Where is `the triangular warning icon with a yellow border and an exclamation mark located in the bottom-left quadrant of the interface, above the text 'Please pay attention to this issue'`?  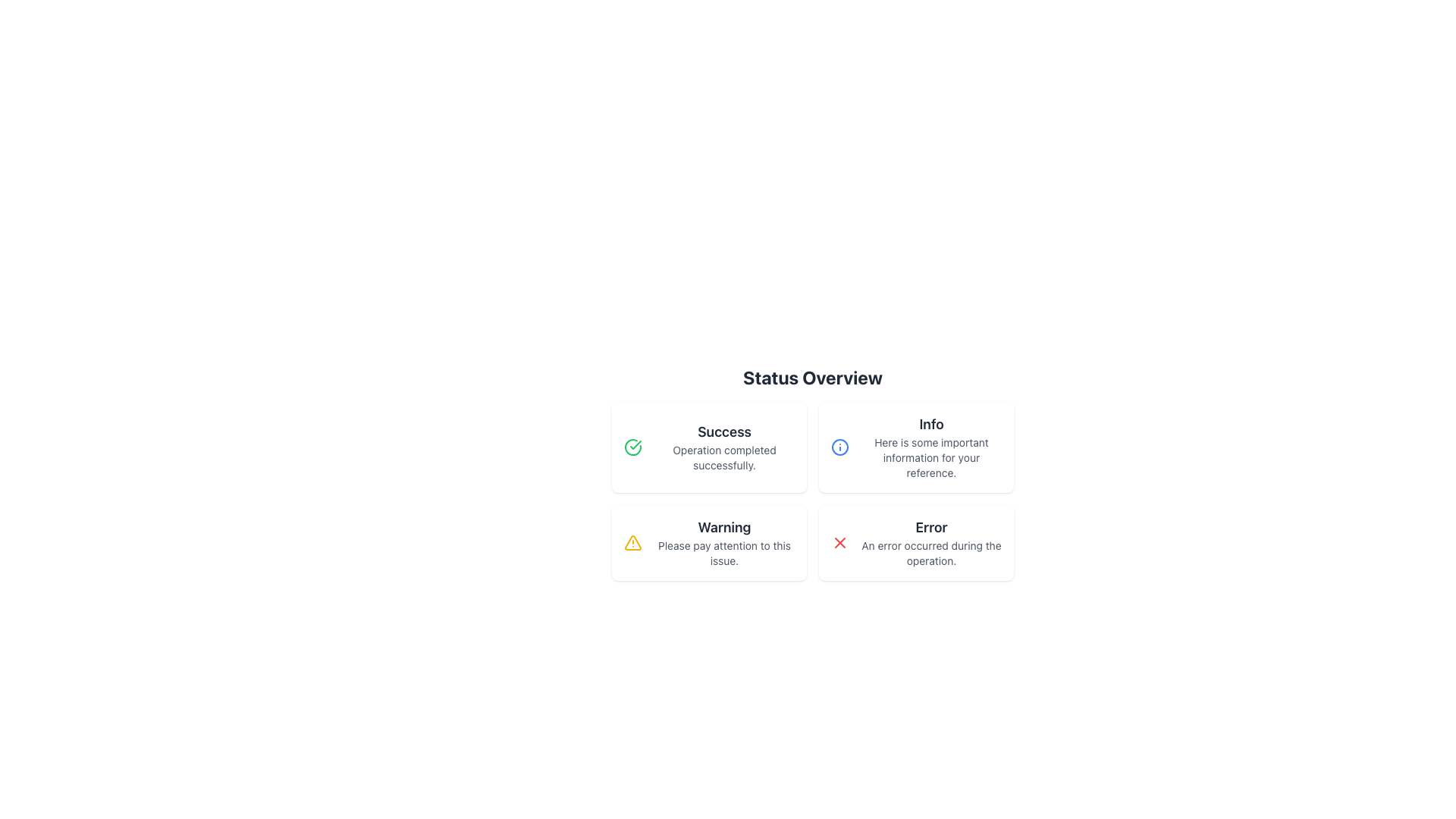 the triangular warning icon with a yellow border and an exclamation mark located in the bottom-left quadrant of the interface, above the text 'Please pay attention to this issue' is located at coordinates (633, 542).